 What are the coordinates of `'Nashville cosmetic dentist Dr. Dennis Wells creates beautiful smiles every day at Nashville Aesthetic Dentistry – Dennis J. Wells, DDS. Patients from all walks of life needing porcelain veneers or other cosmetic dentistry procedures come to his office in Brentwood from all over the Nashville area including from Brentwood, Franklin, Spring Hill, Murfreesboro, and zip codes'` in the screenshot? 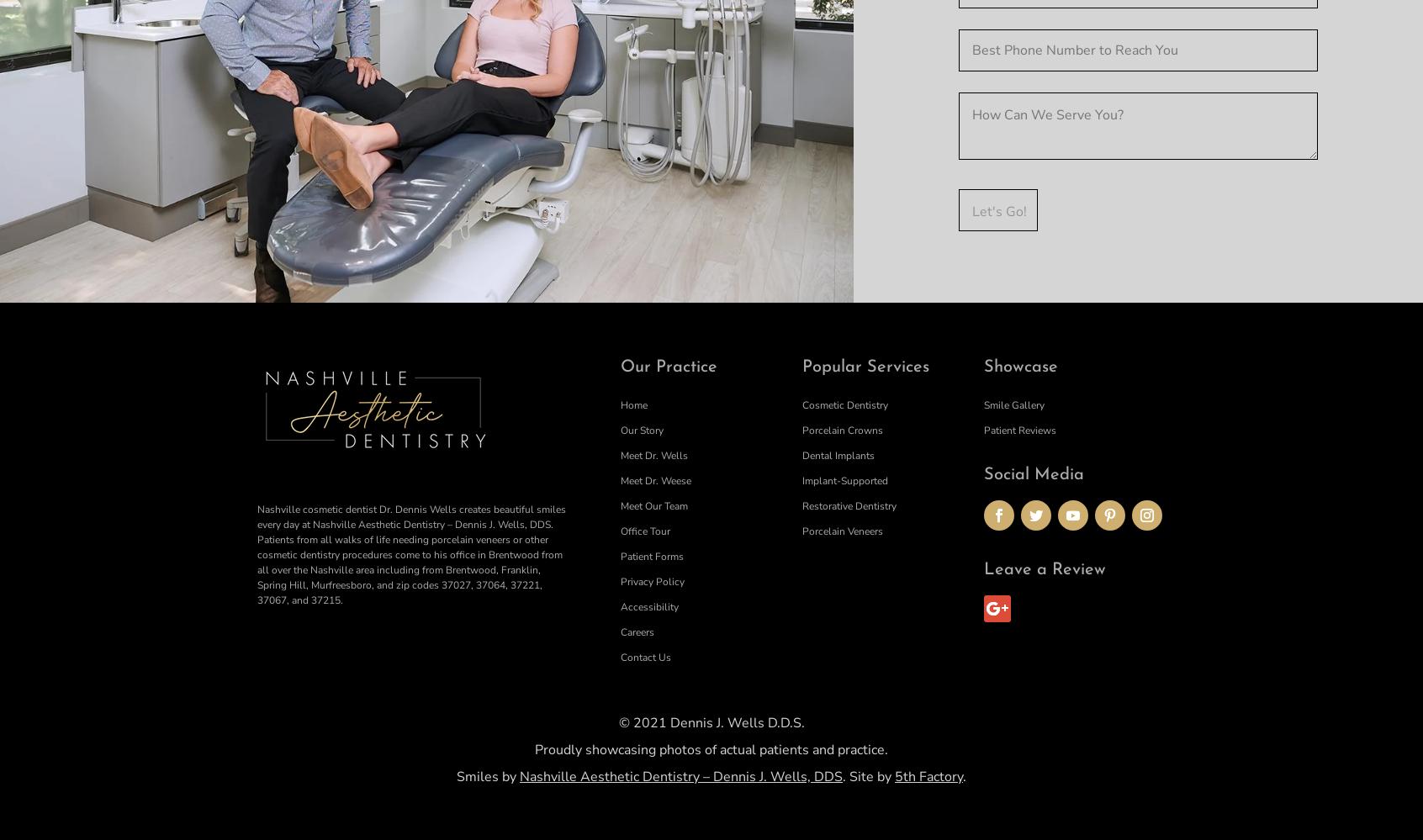 It's located at (410, 546).